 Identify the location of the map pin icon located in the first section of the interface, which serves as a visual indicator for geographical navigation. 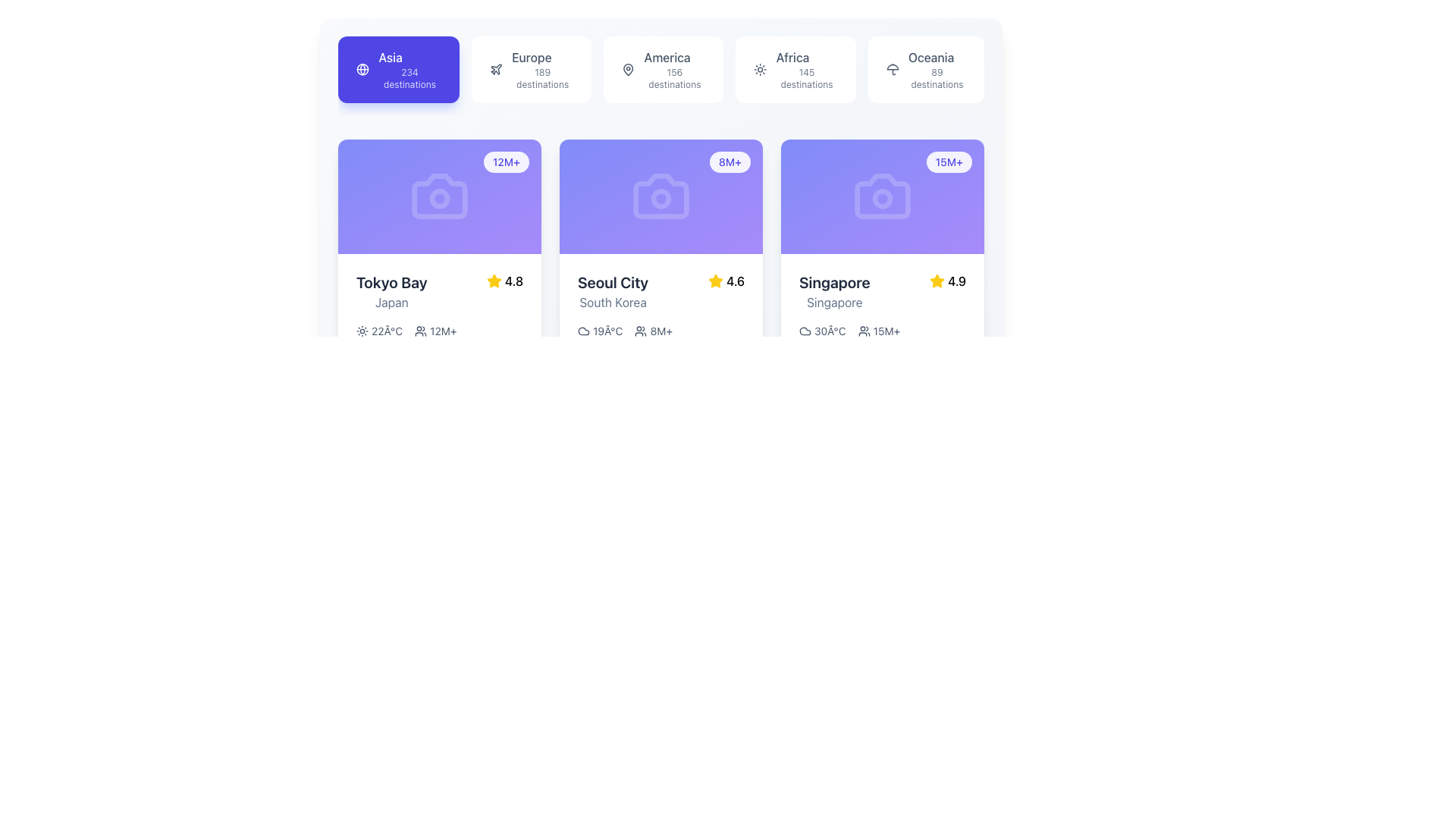
(628, 70).